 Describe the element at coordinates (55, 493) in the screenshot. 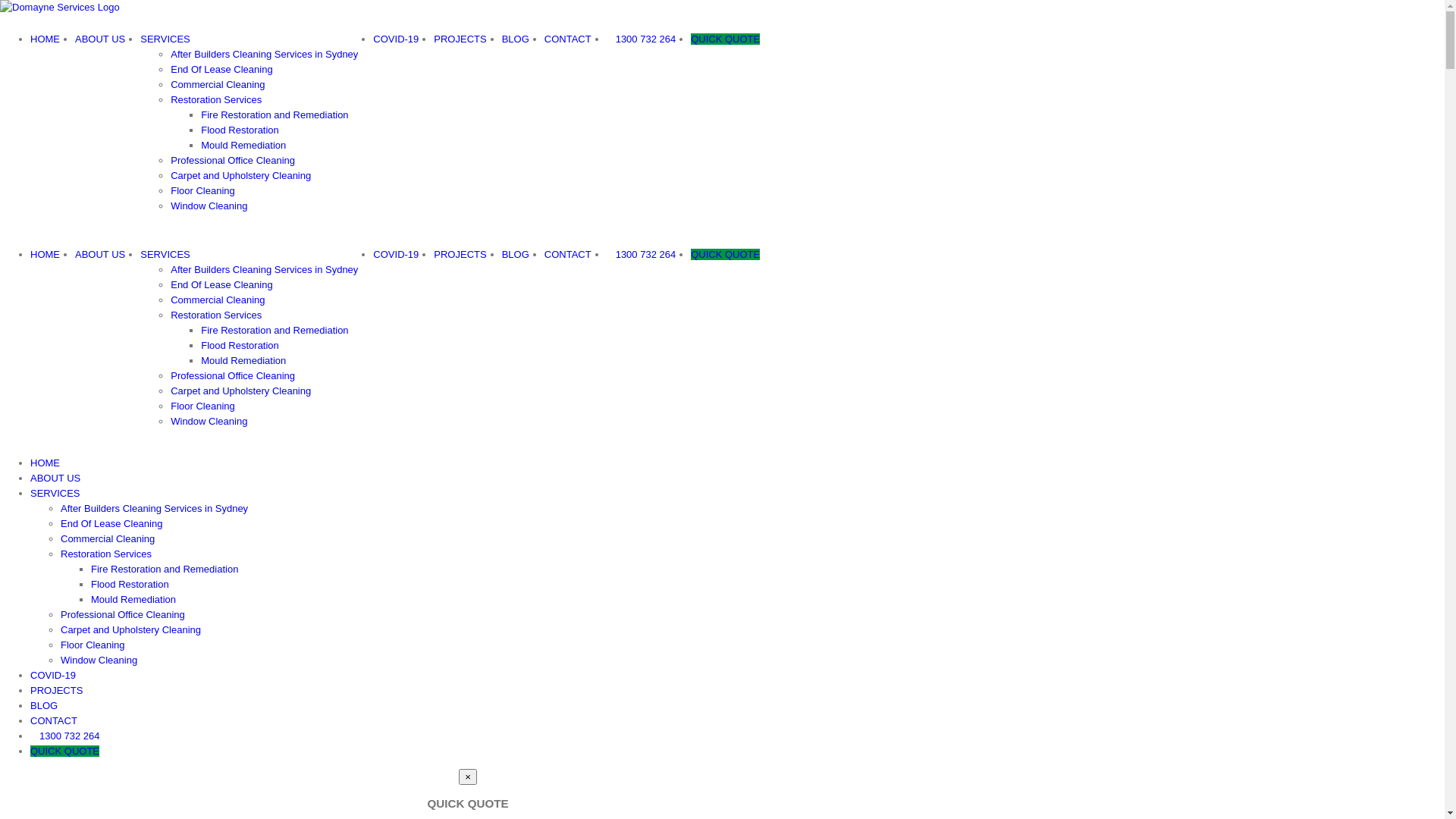

I see `'SERVICES'` at that location.